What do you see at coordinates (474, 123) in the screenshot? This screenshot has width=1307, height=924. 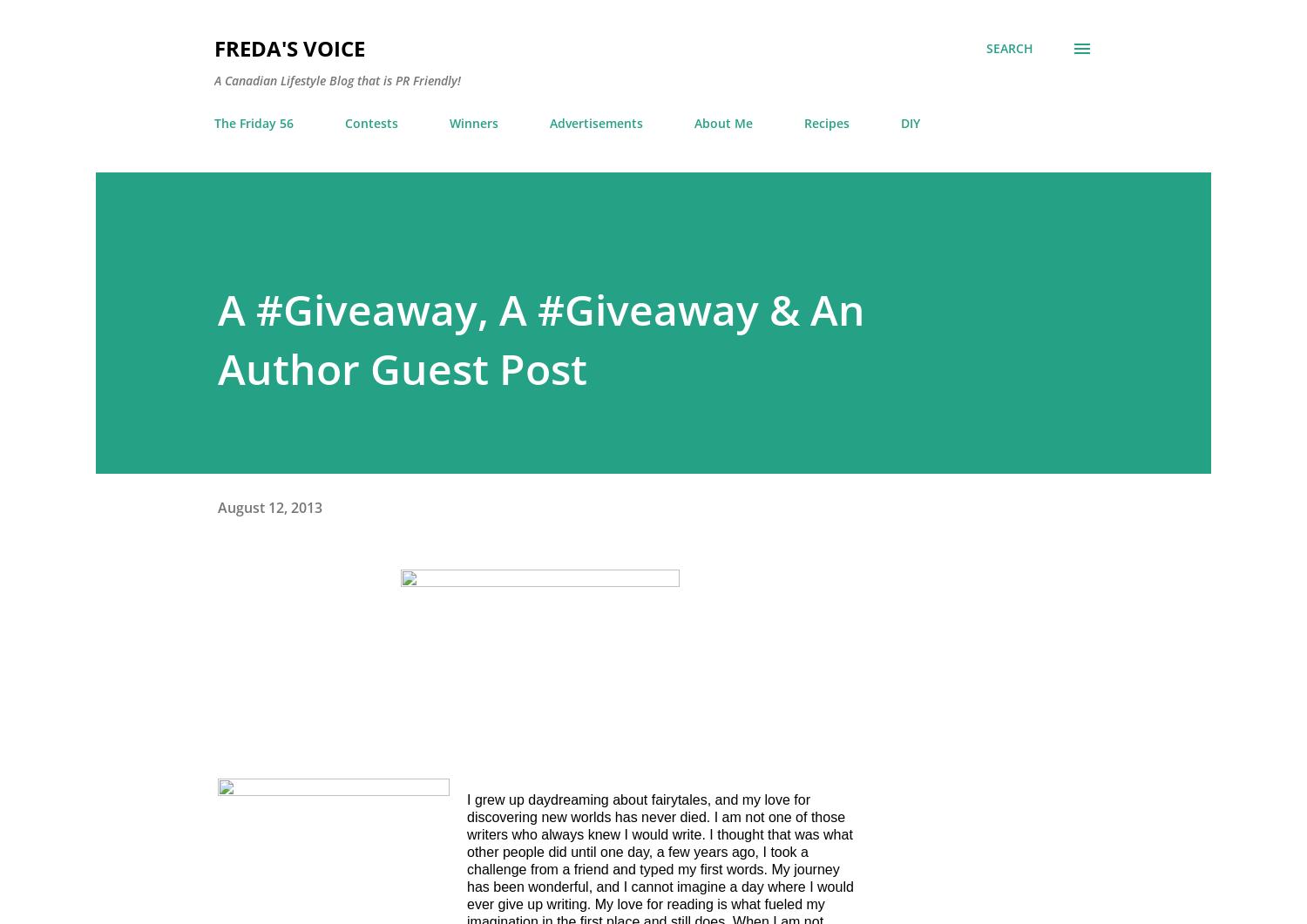 I see `'Winners'` at bounding box center [474, 123].